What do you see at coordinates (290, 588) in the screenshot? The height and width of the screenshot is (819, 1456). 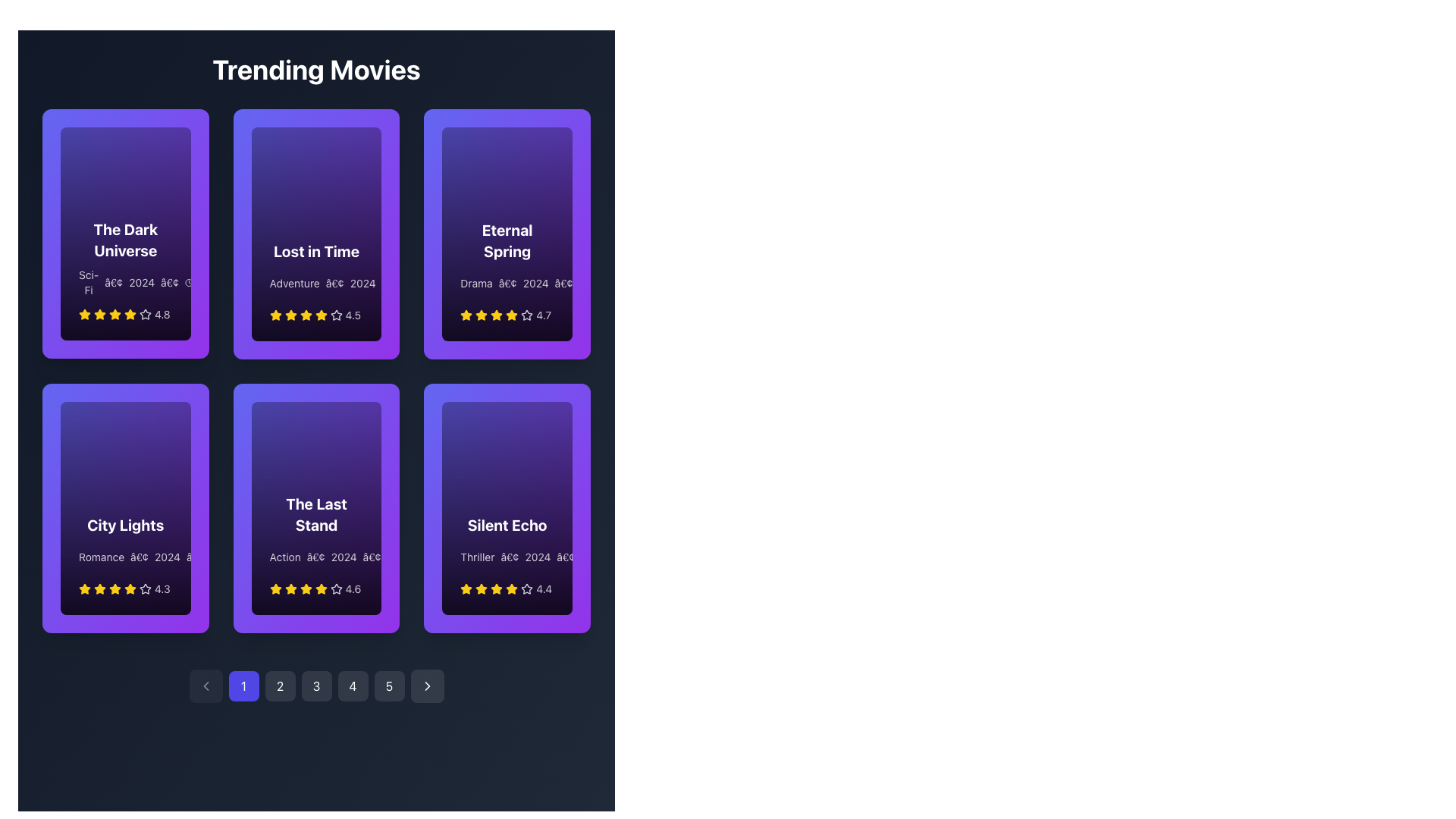 I see `the fourth yellow star icon in the rating system for 'The Last Stand' movie card located in the 'Trending Movies' section` at bounding box center [290, 588].